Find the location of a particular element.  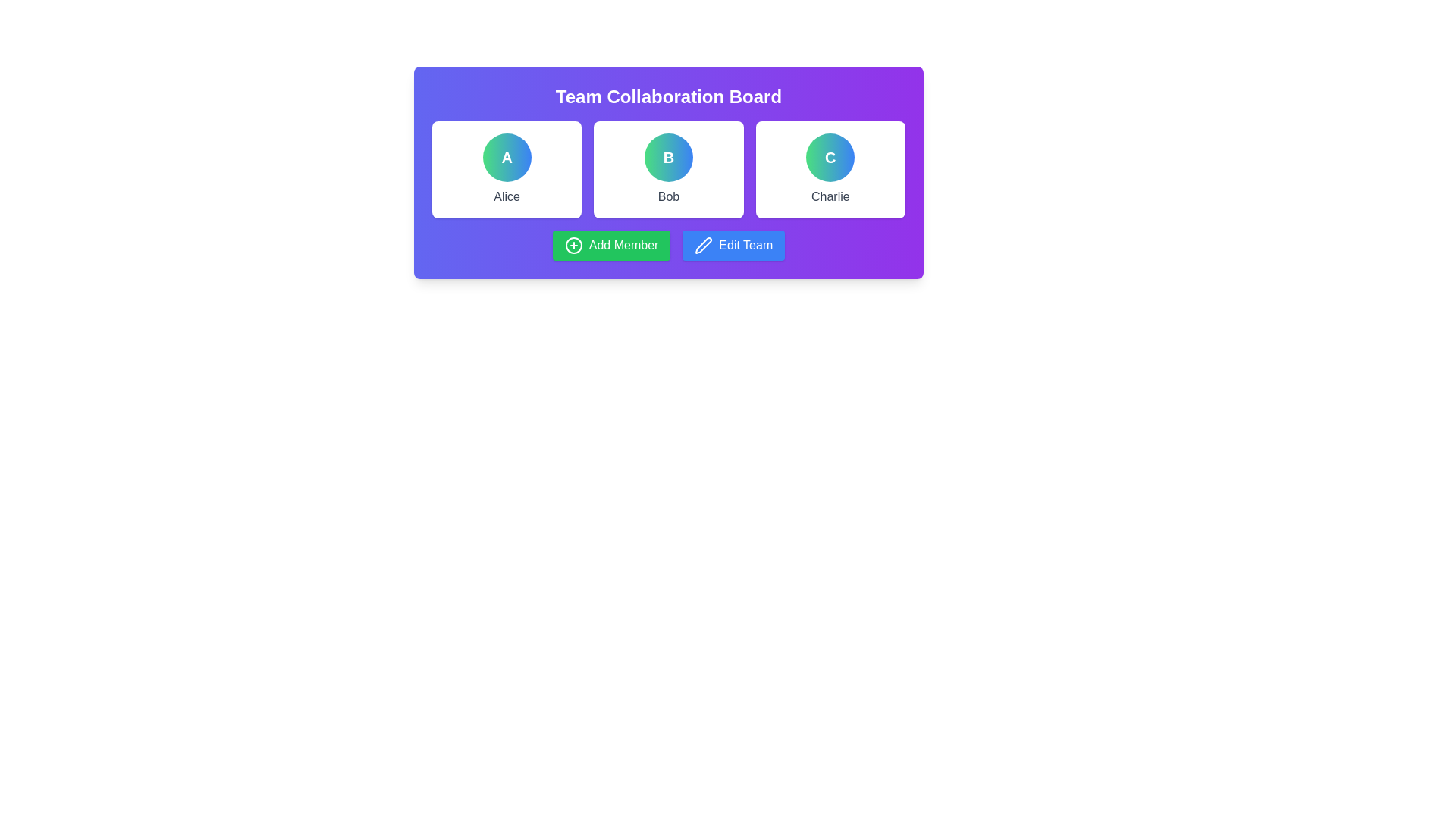

the profile card icon featuring a circular gradient icon with a bold white 'B' and the label 'Bob' beneath it, which is the middle element in a row of three profile cards is located at coordinates (668, 169).